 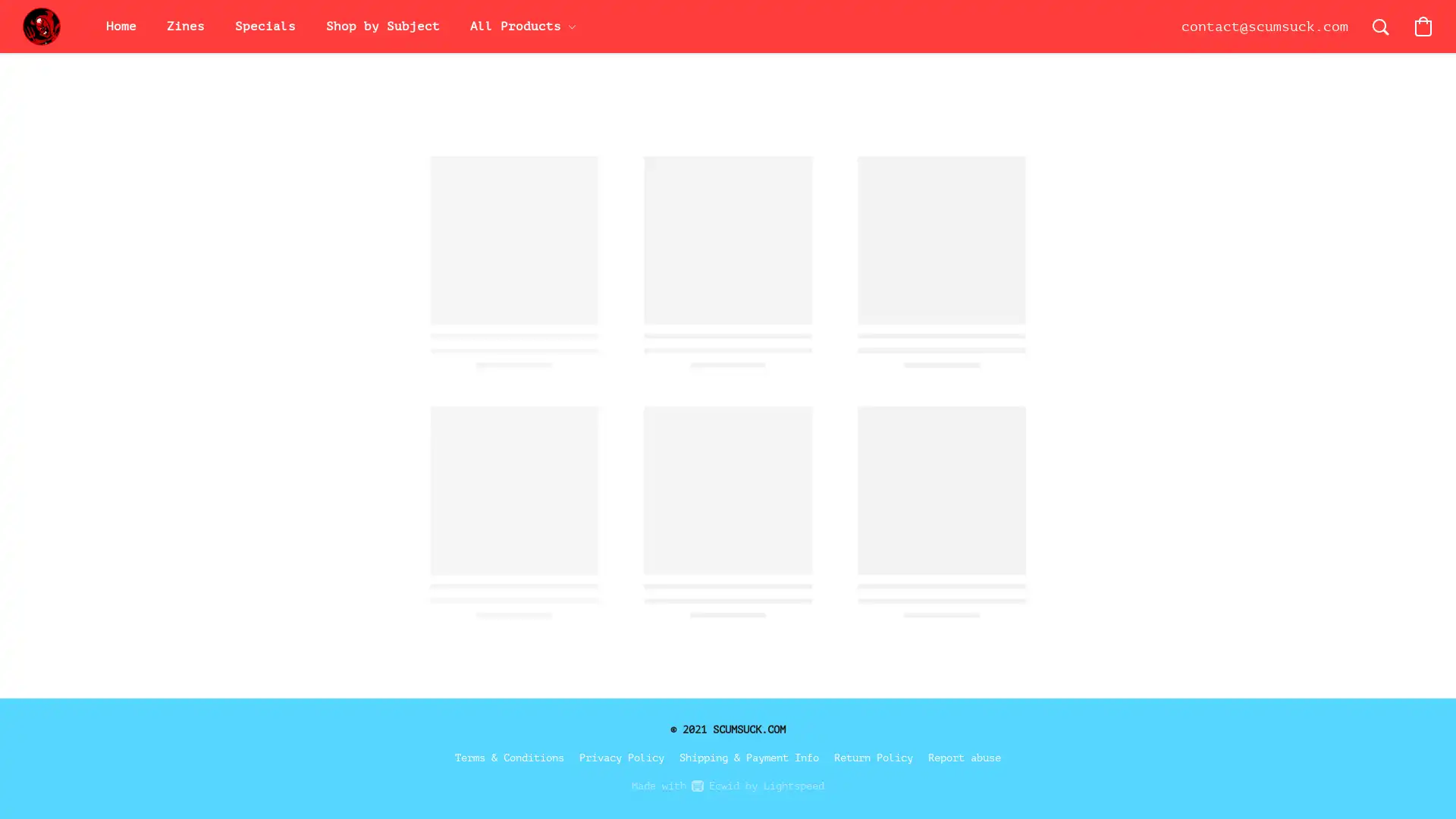 What do you see at coordinates (1241, 540) in the screenshot?
I see `Accept Only Essential Cookies` at bounding box center [1241, 540].